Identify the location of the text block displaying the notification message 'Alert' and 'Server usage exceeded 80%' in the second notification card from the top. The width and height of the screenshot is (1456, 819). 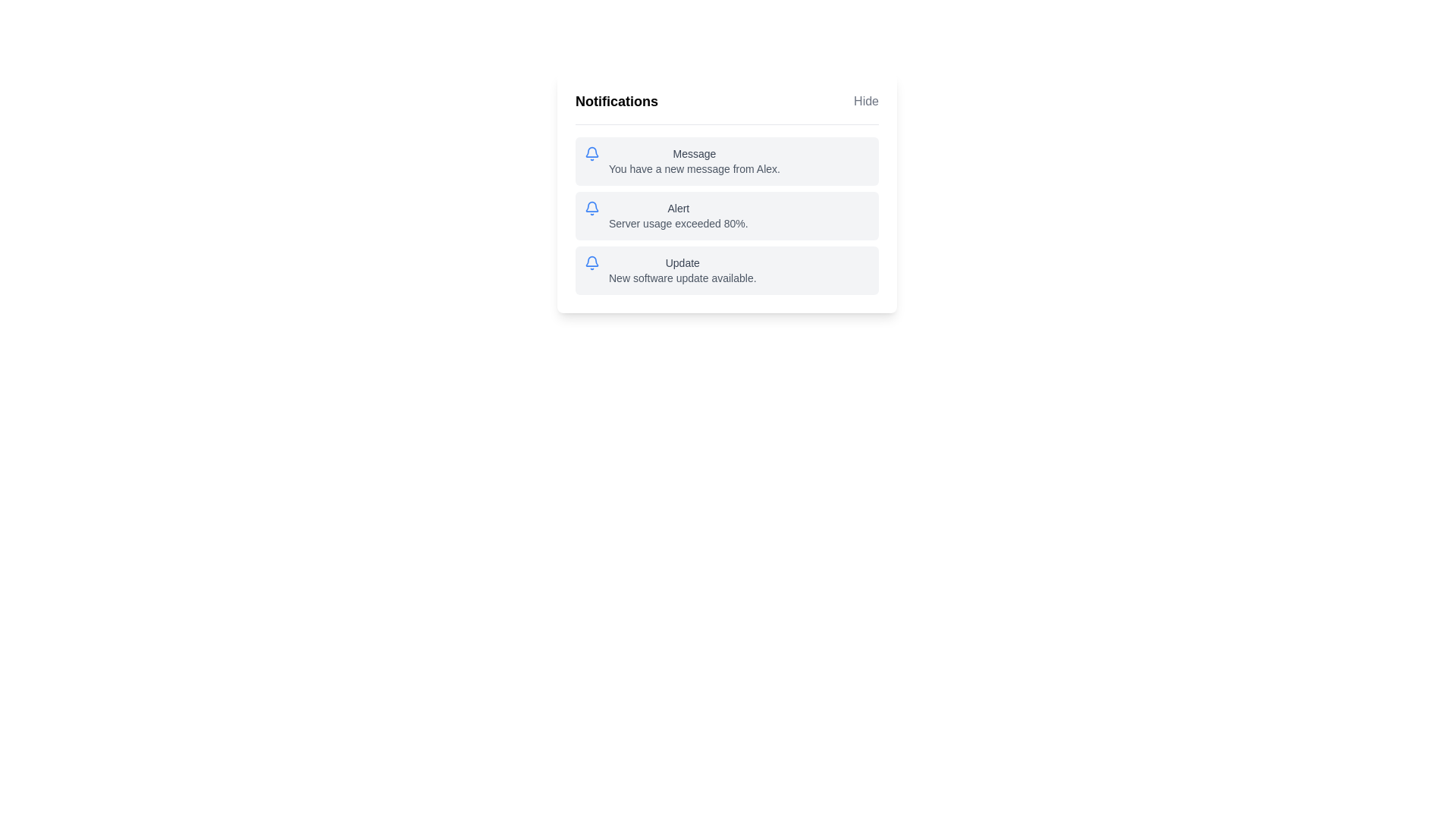
(677, 216).